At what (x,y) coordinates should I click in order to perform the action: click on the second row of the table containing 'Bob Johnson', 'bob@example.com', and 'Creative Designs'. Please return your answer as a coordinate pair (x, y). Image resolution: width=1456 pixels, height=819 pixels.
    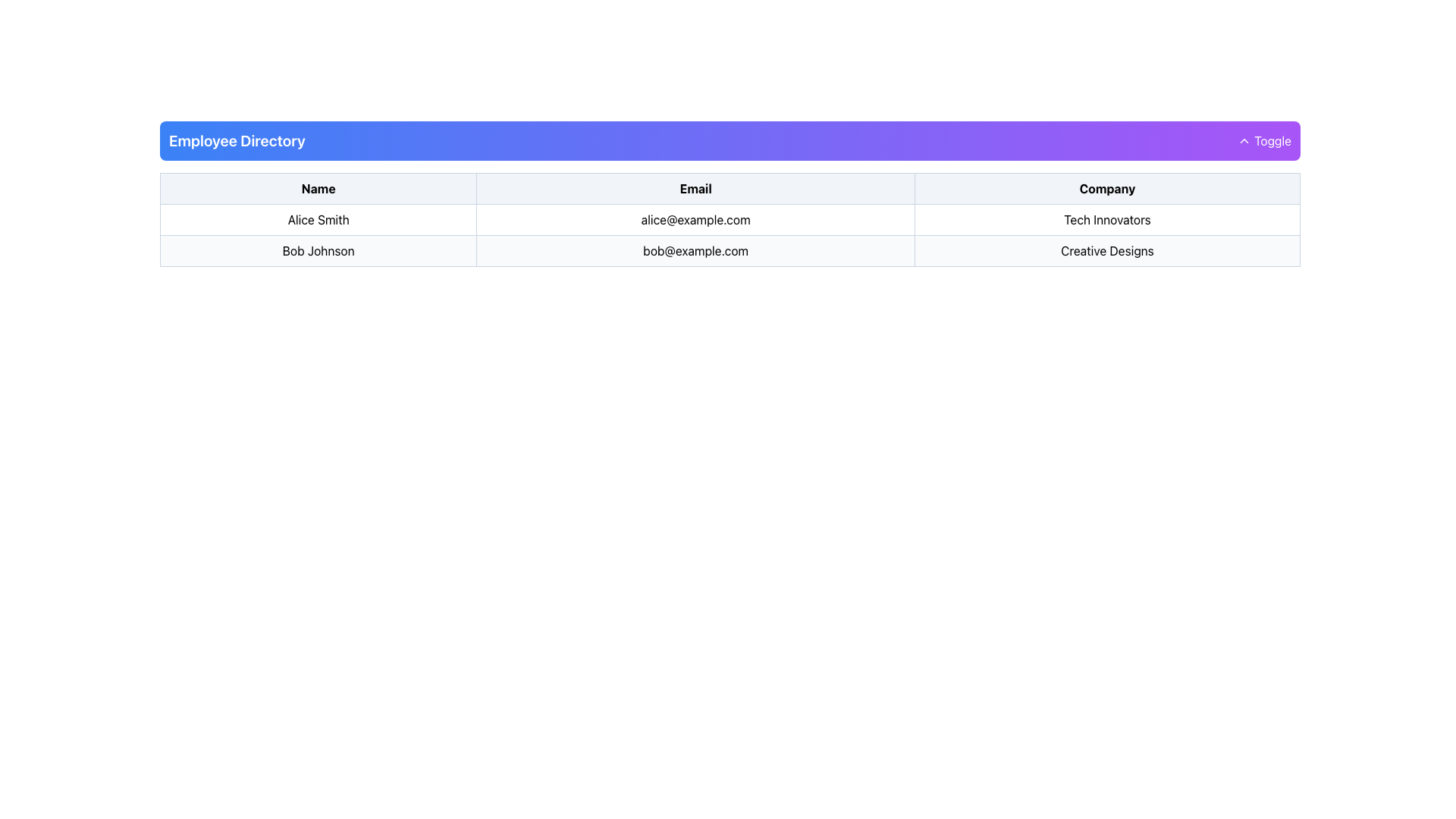
    Looking at the image, I should click on (730, 250).